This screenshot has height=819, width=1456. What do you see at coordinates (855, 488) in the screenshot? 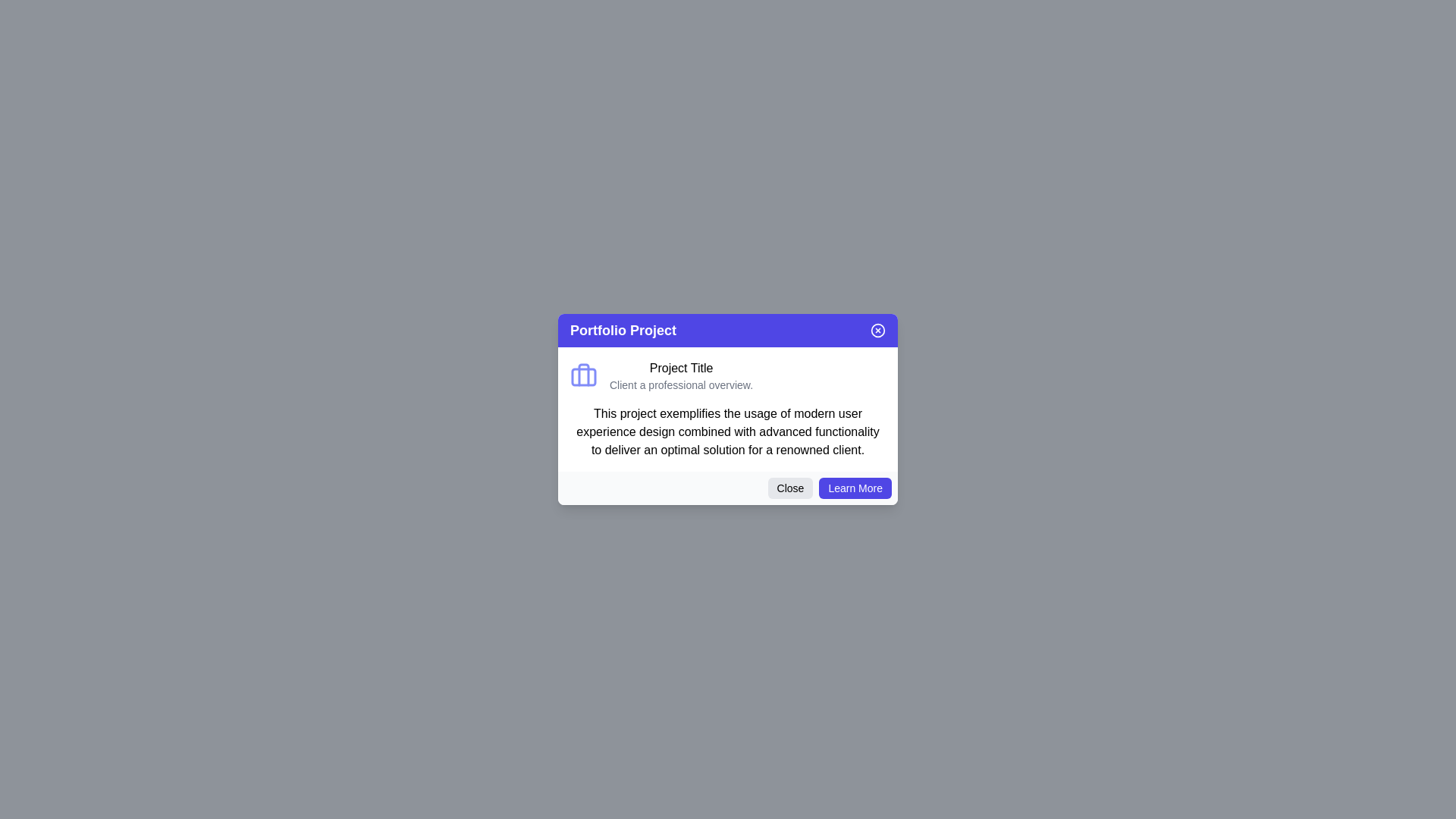
I see `the button located at the bottom-right corner of the popup dialog, which is positioned to the immediate right of the 'Close' button, to change its background color` at bounding box center [855, 488].